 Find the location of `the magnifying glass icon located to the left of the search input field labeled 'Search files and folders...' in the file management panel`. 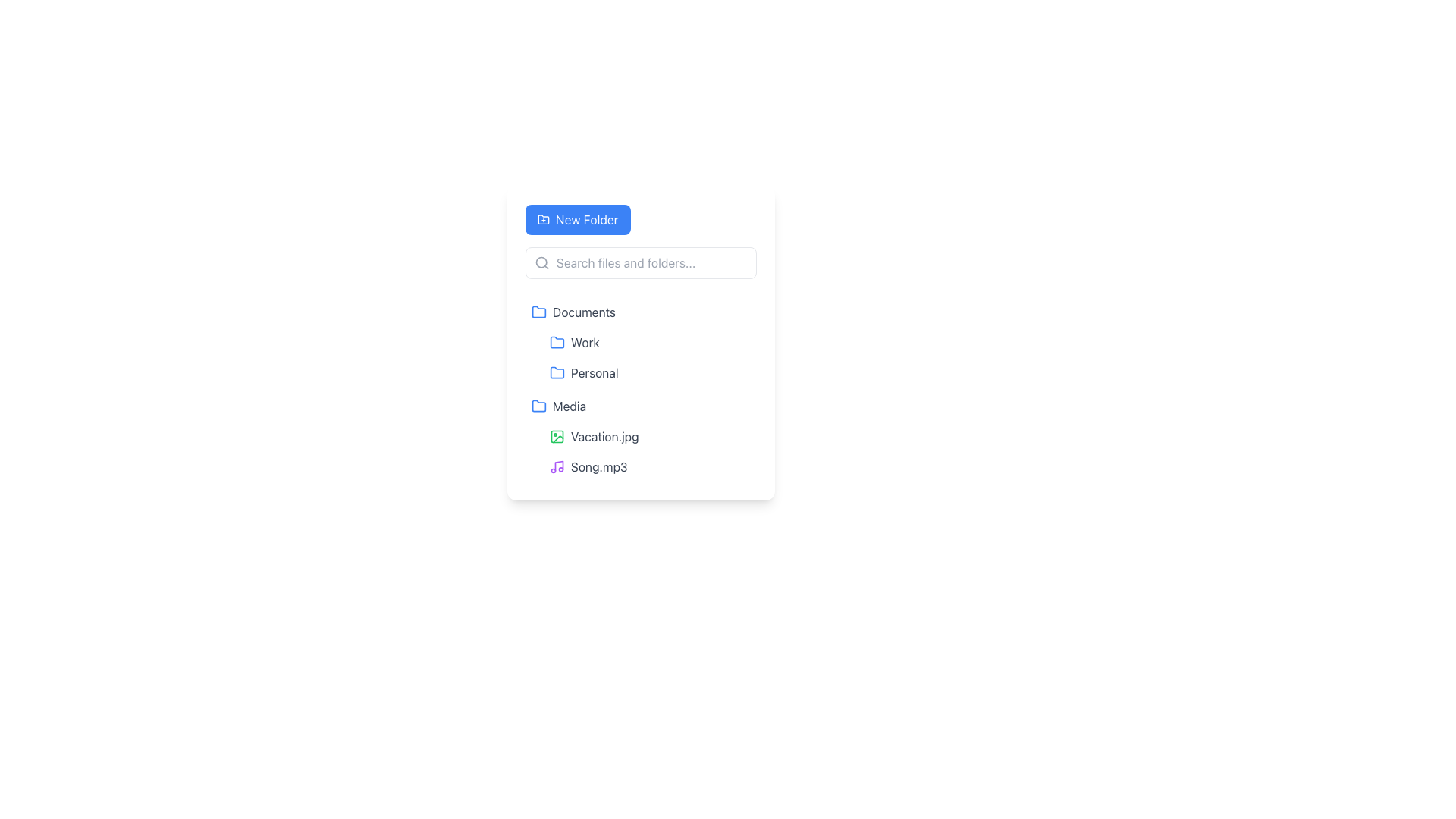

the magnifying glass icon located to the left of the search input field labeled 'Search files and folders...' in the file management panel is located at coordinates (542, 262).